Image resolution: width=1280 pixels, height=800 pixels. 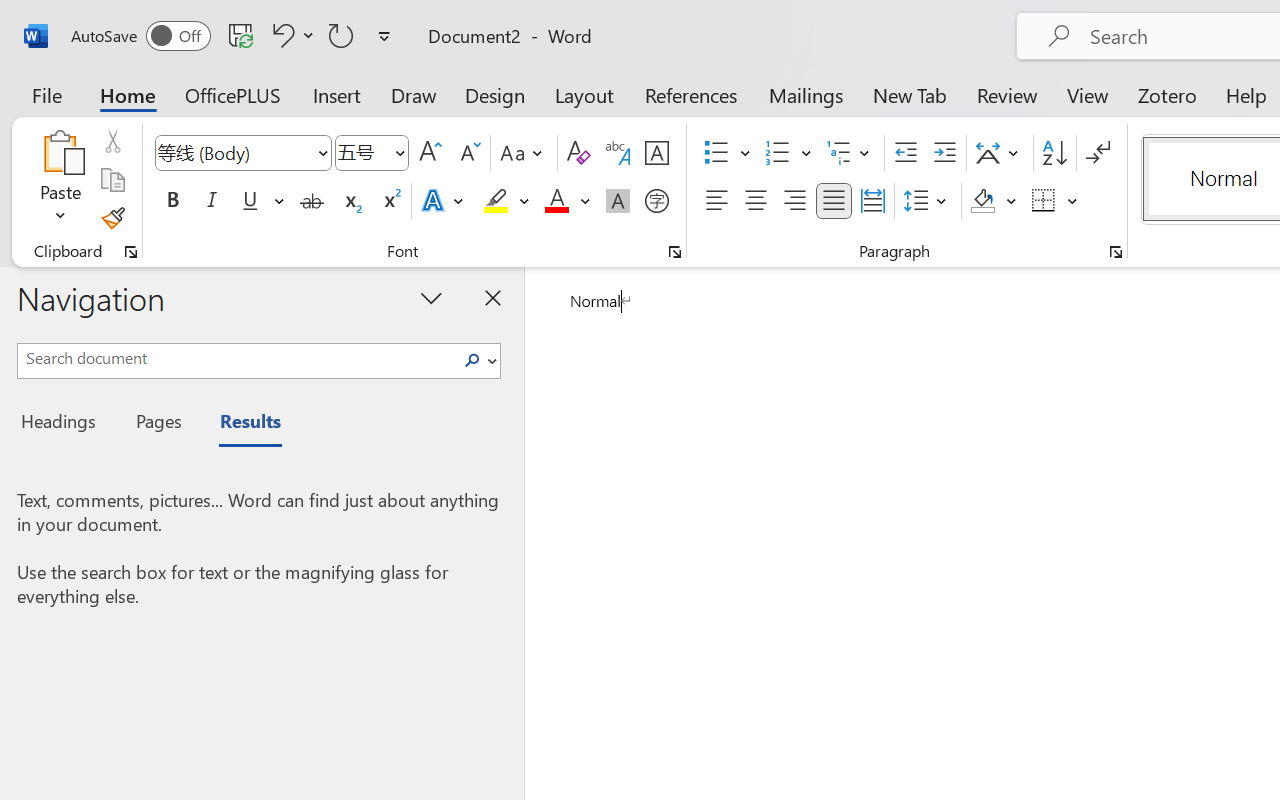 What do you see at coordinates (337, 94) in the screenshot?
I see `'Insert'` at bounding box center [337, 94].